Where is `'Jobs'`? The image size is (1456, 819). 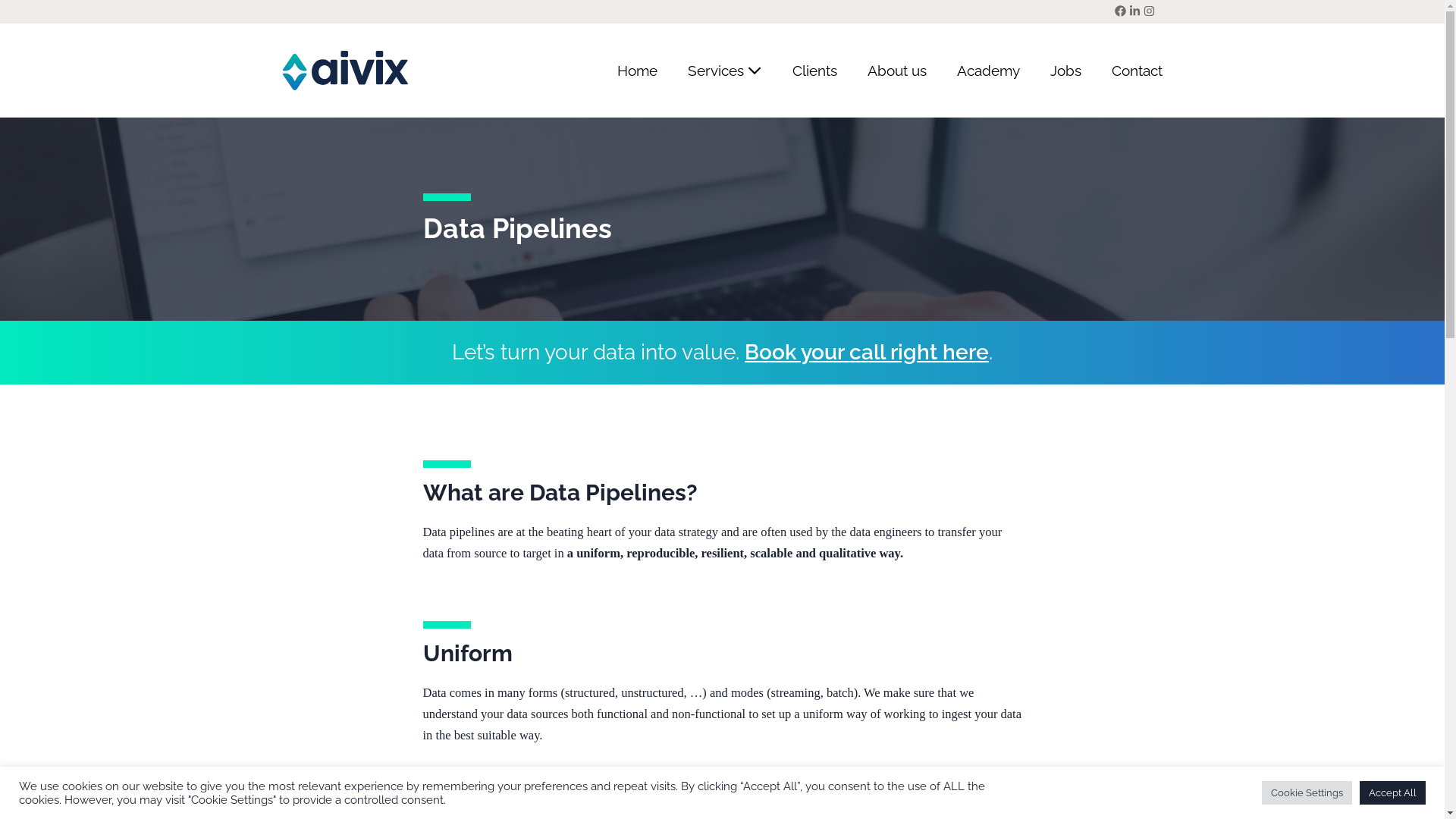 'Jobs' is located at coordinates (1064, 70).